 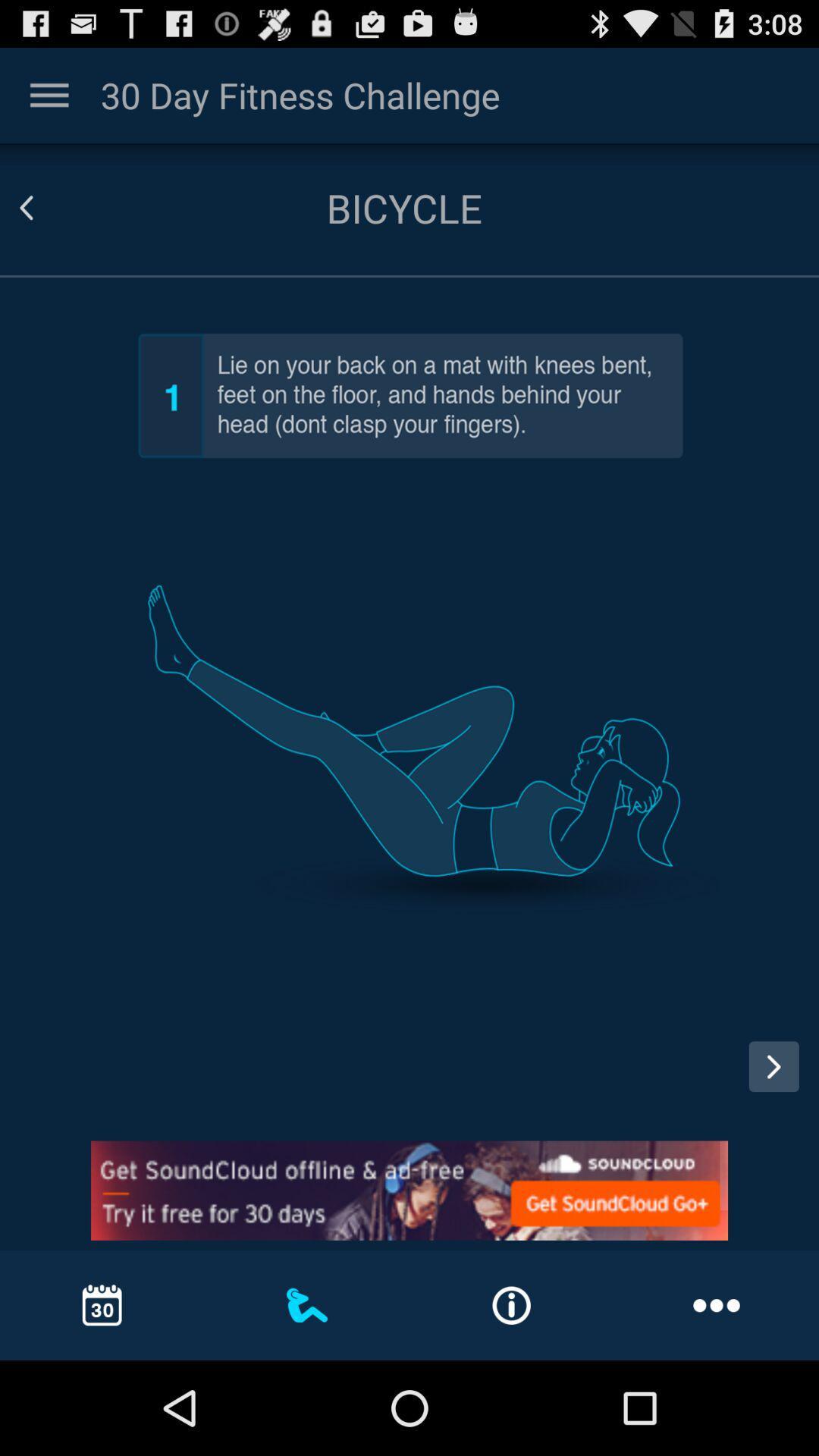 I want to click on the arrow_forward icon, so click(x=773, y=1141).